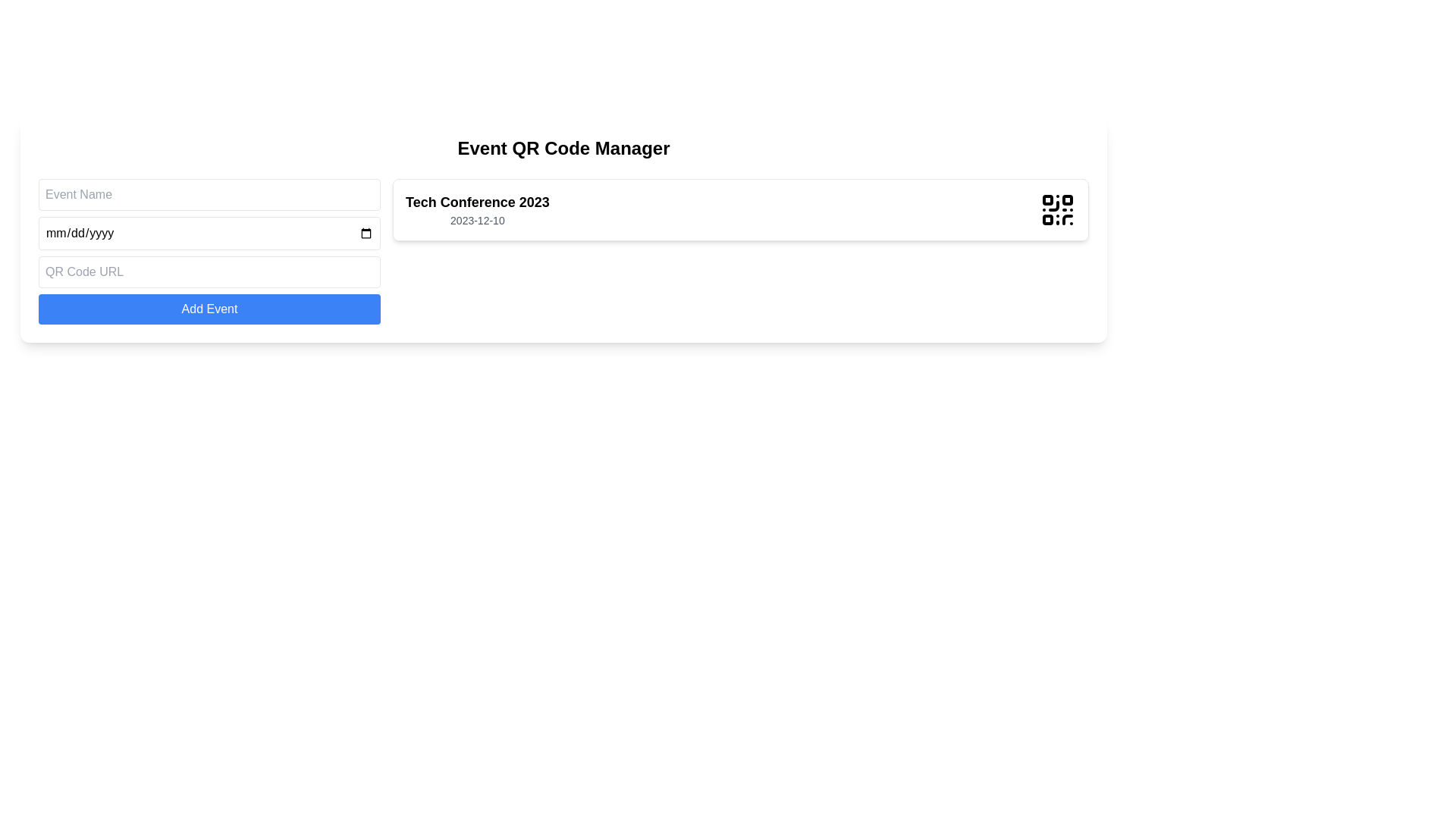 This screenshot has height=819, width=1456. Describe the element at coordinates (1066, 199) in the screenshot. I see `the small square with rounded corners that is part of the QR code icon in the top right corner of the white card containing event information` at that location.